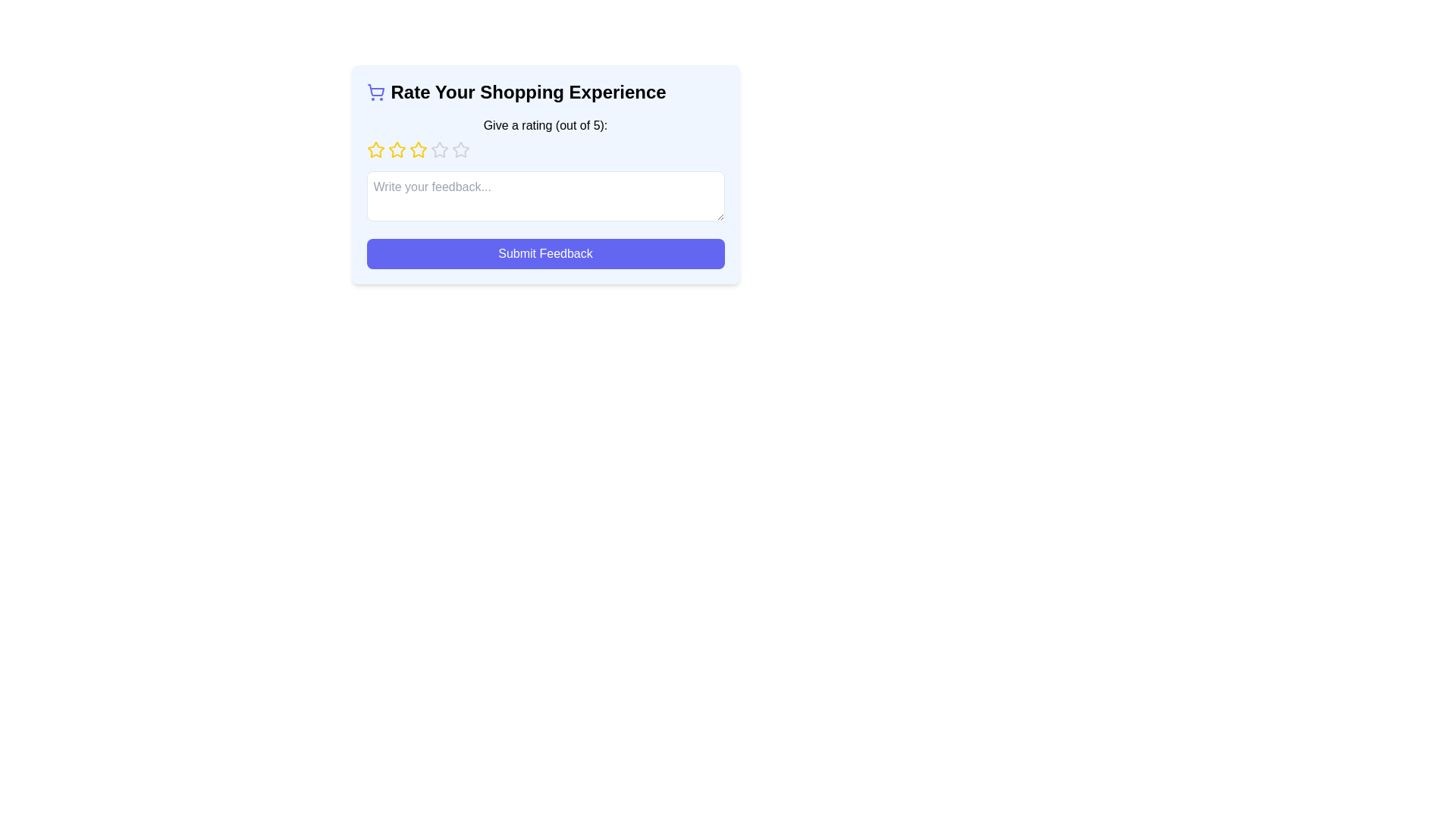 The height and width of the screenshot is (819, 1456). Describe the element at coordinates (375, 90) in the screenshot. I see `the shopping cart basket area graphic, which is part of the larger shopping cart icon in the upper left section of the 'Rate Your Shopping Experience' card interface` at that location.